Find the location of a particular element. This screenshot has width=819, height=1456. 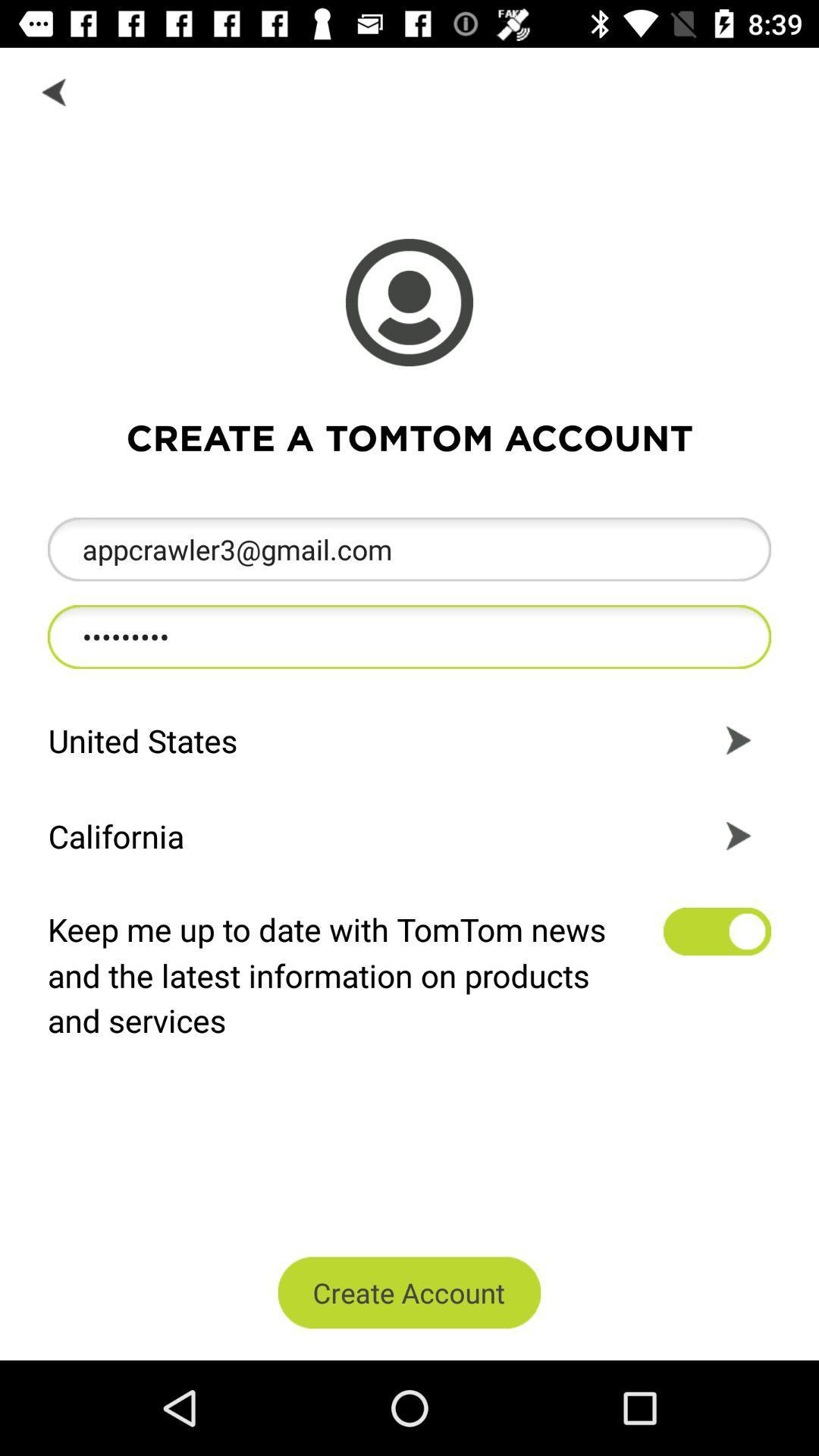

go back is located at coordinates (55, 90).